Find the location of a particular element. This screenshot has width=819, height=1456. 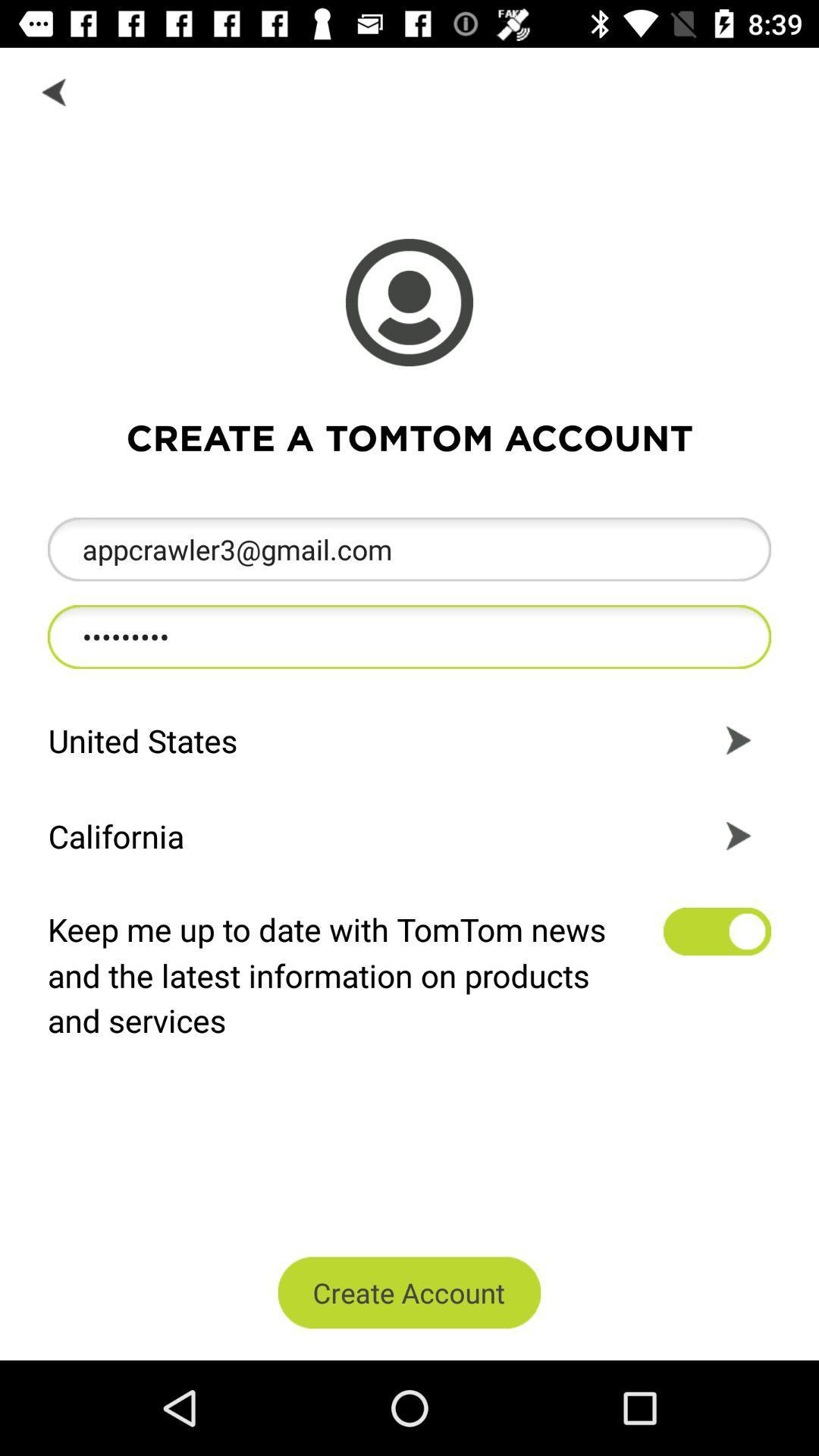

go back is located at coordinates (55, 90).